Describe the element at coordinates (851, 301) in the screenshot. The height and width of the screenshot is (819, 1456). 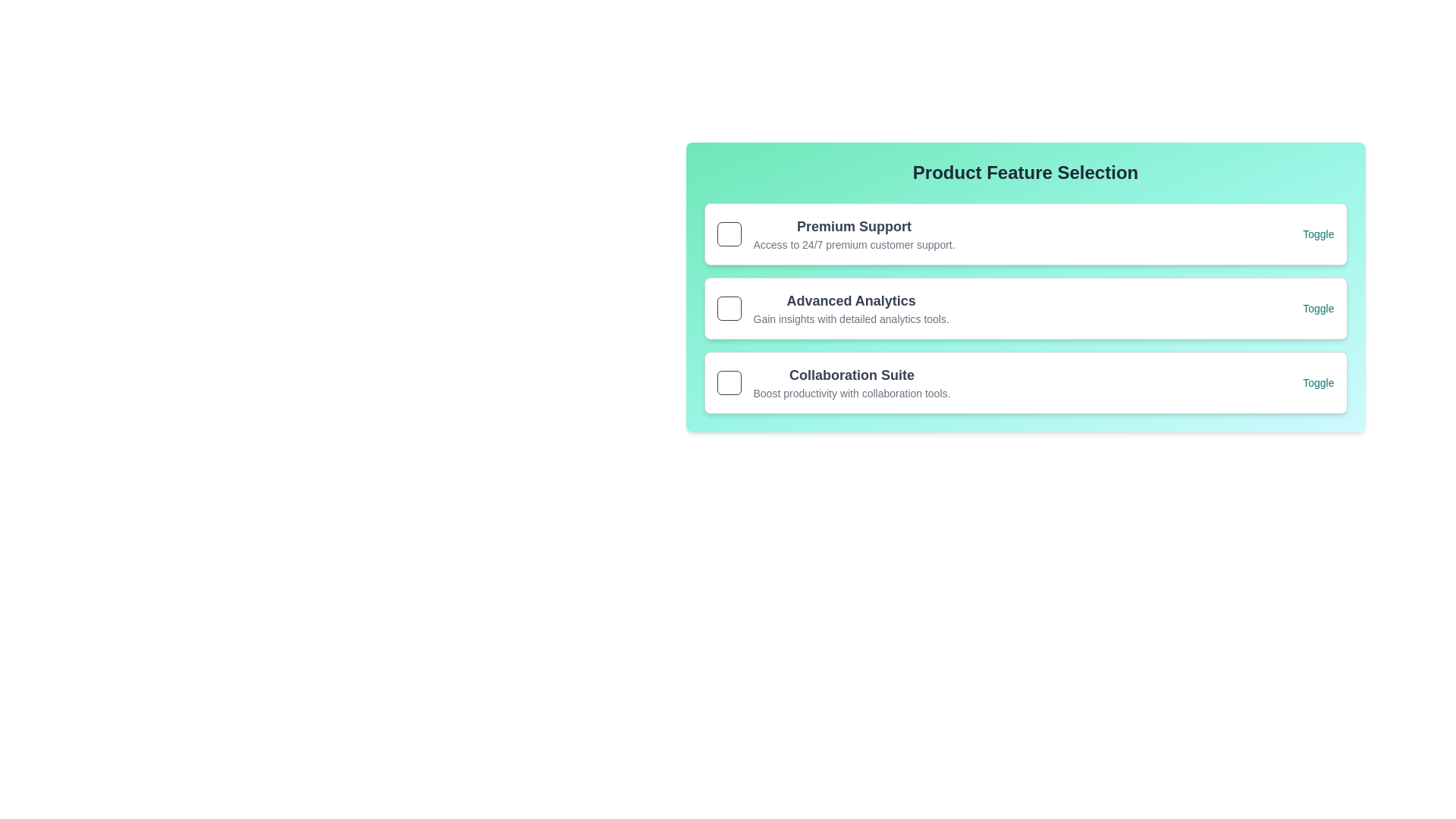
I see `the Text label indicating 'Advanced Analytics', which is centrally positioned in the second row of the card group` at that location.